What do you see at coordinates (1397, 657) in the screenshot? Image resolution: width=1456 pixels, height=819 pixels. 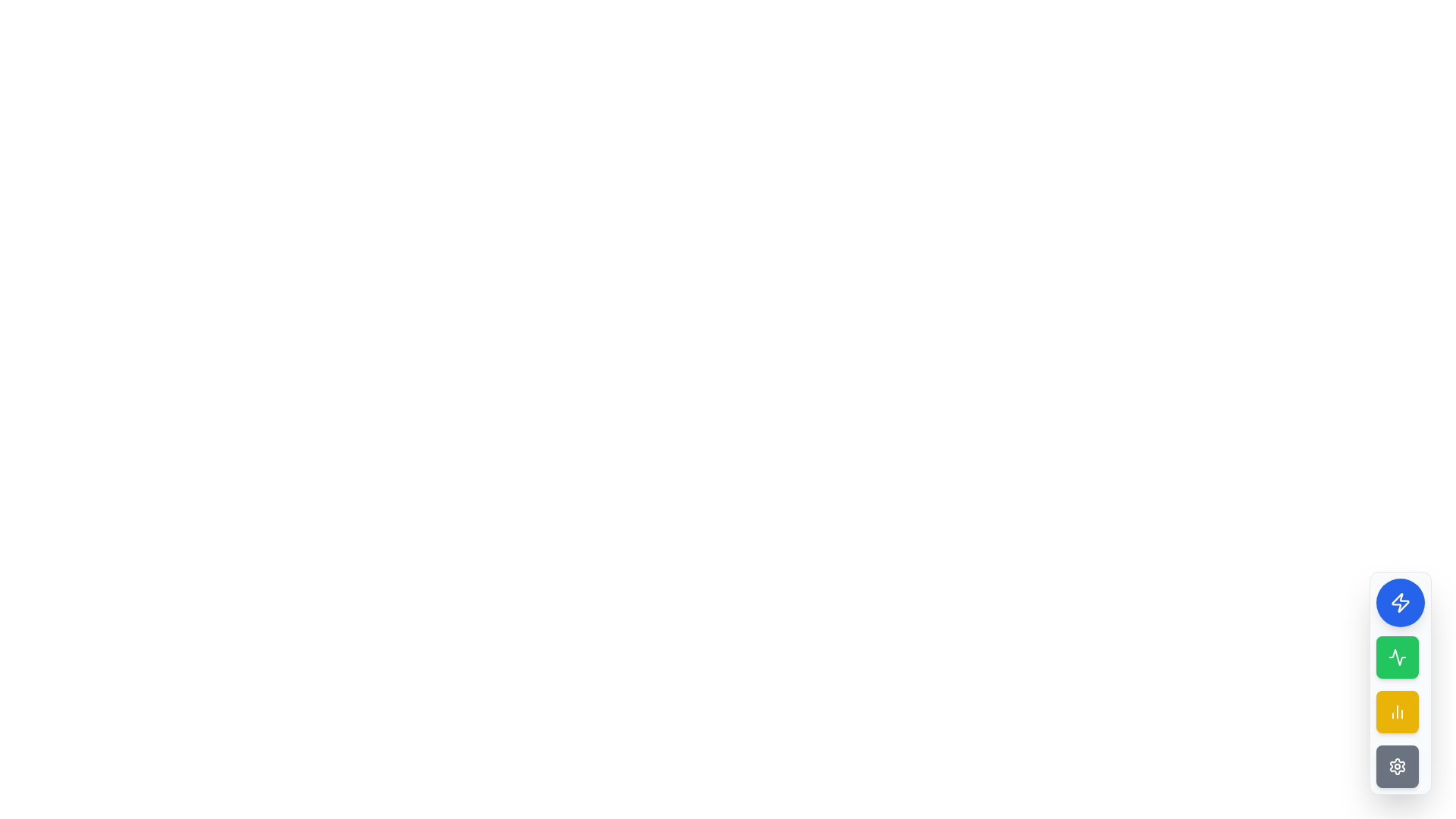 I see `the small SVG activity icon embedded in the second green button located on the right side of the interface` at bounding box center [1397, 657].